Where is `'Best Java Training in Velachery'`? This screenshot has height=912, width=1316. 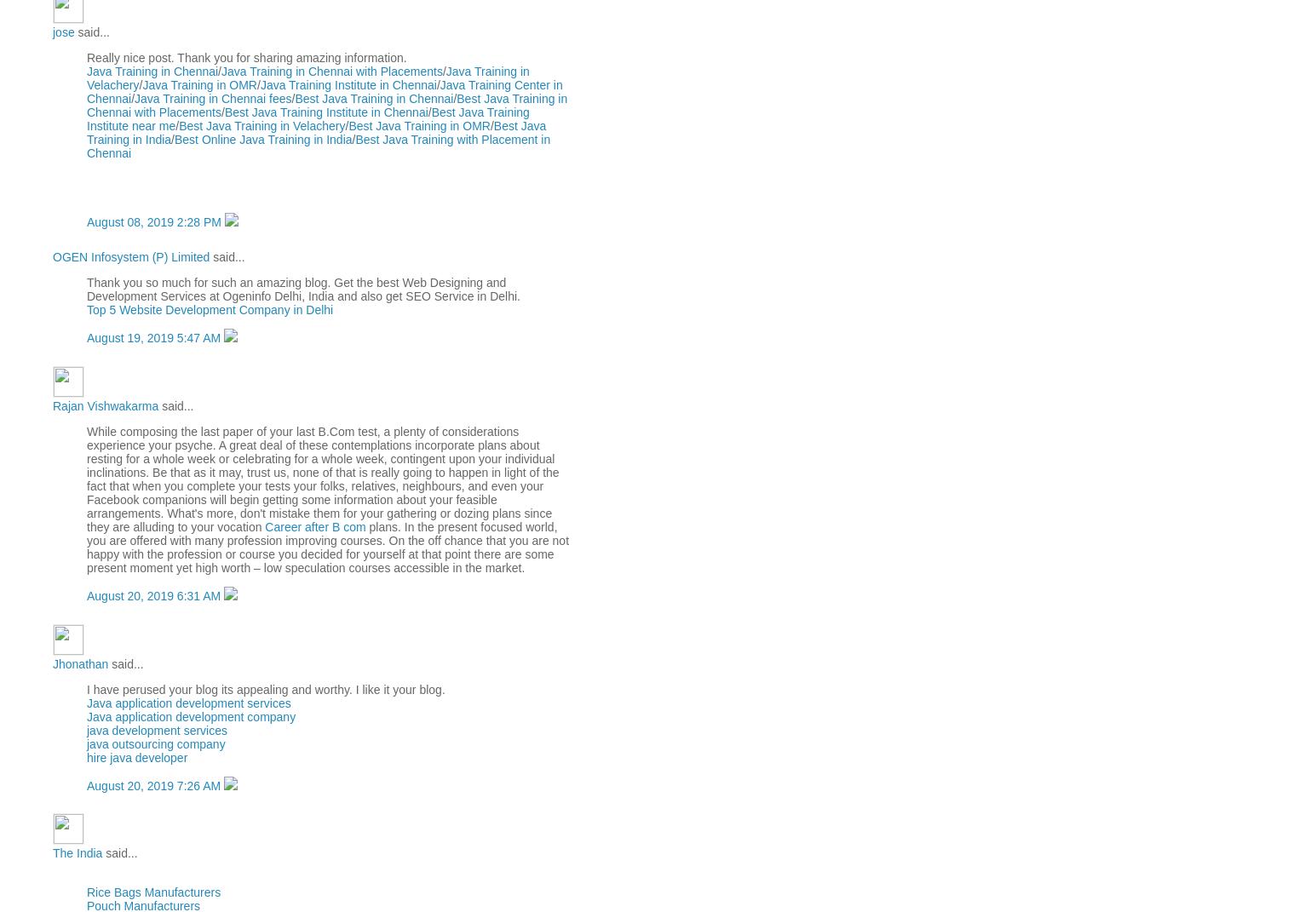
'Best Java Training in Velachery' is located at coordinates (261, 126).